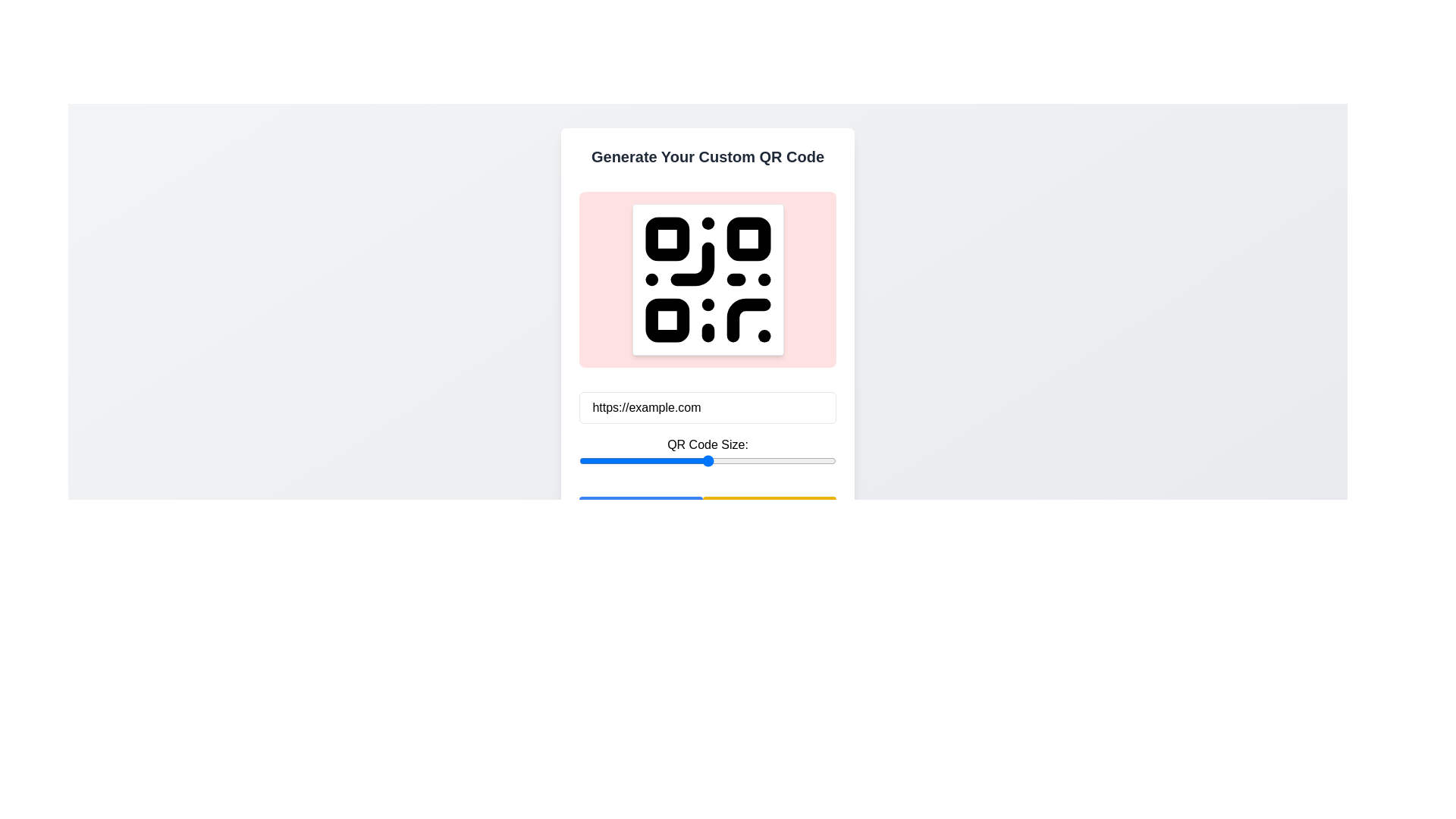 The image size is (1456, 819). I want to click on the QR code size, so click(698, 460).